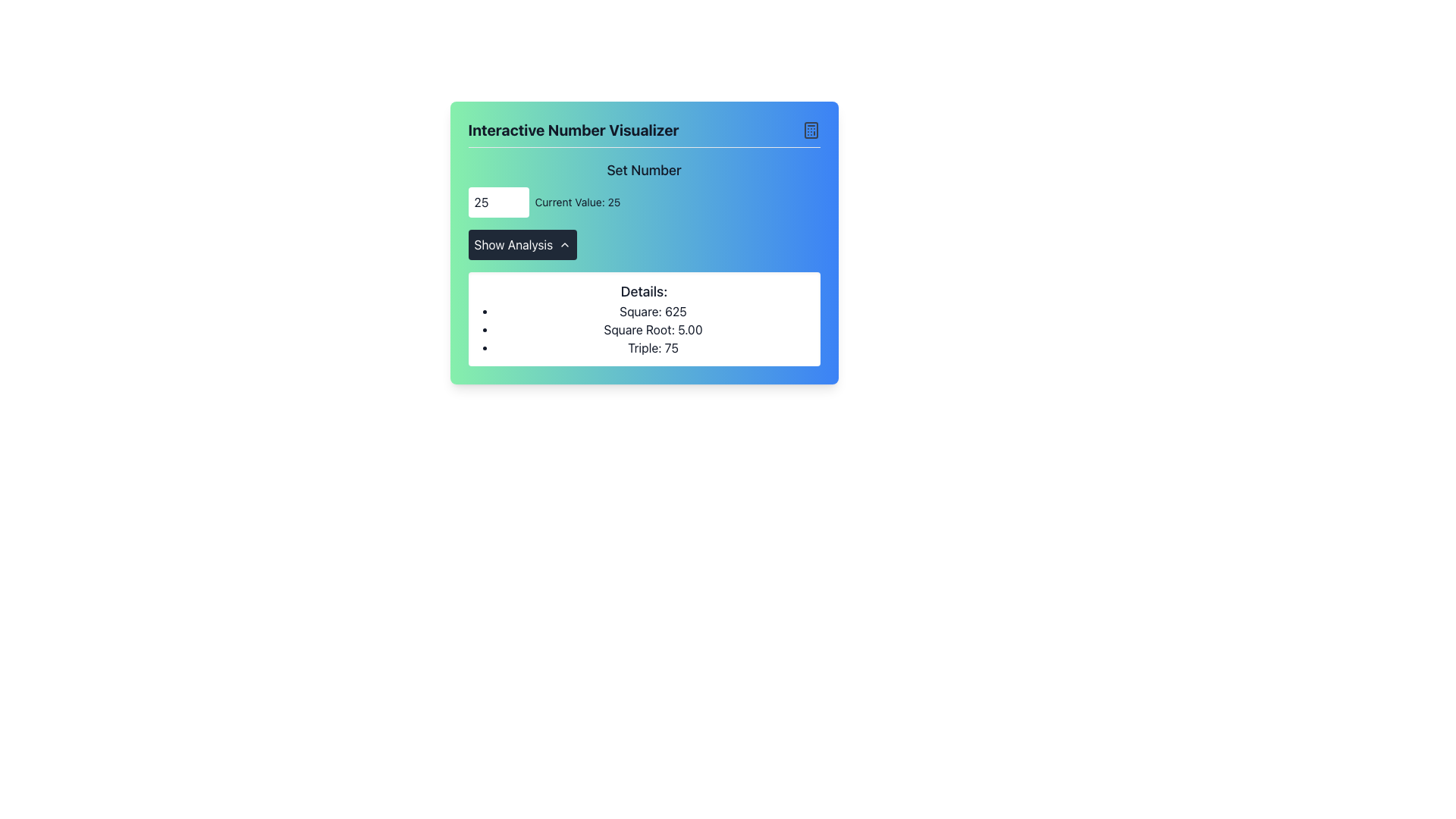  I want to click on the 'Show Analysis' button, which is a rectangular button with white text on a dark gray background and an upward-pointing arrow icon, so click(522, 244).